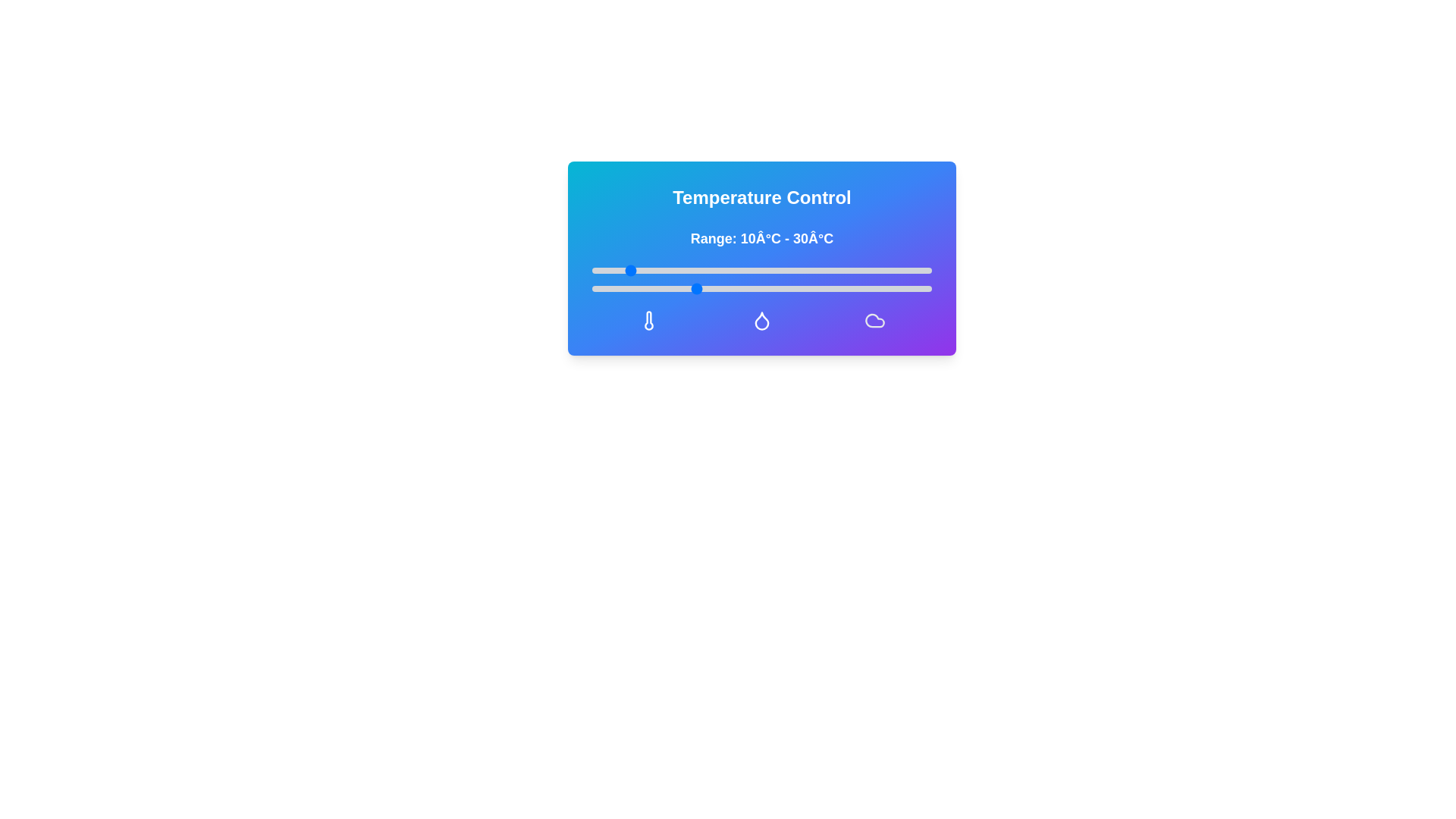  I want to click on the droplet icon, which is the second icon from the left in a horizontal layout, positioned between a thermometer icon and a cloud icon, so click(761, 320).